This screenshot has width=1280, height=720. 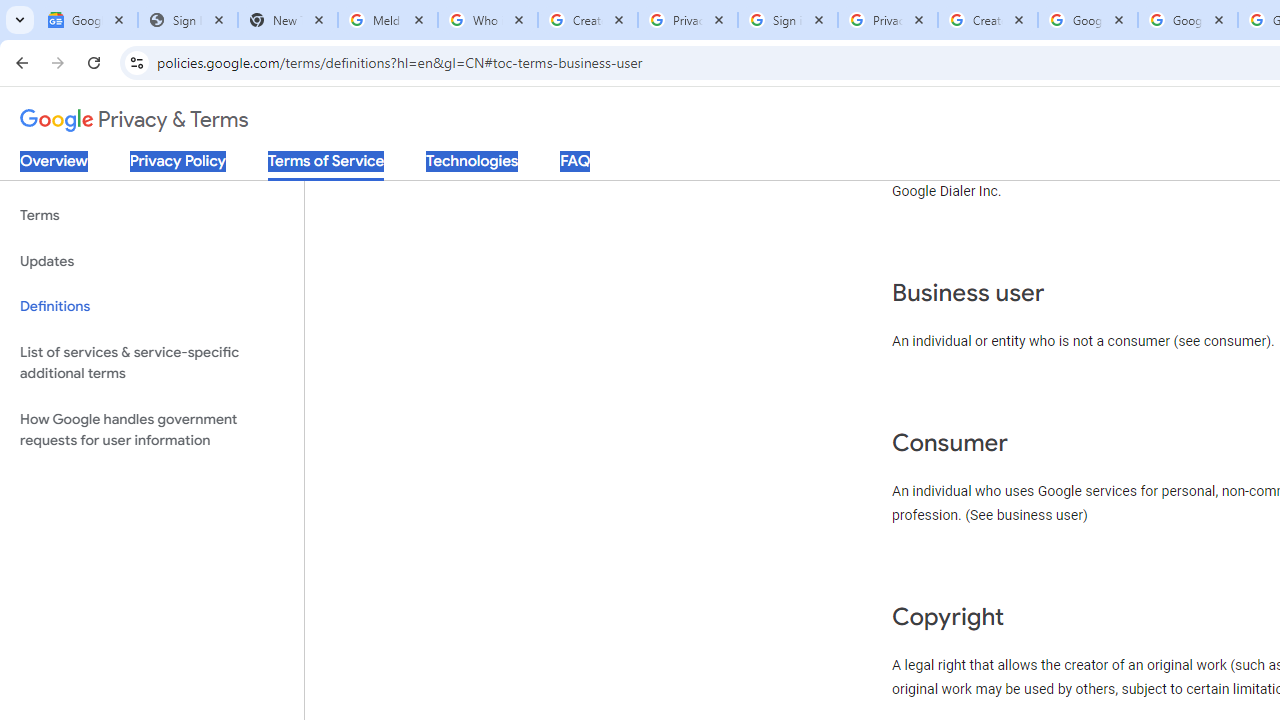 What do you see at coordinates (787, 20) in the screenshot?
I see `'Sign in - Google Accounts'` at bounding box center [787, 20].